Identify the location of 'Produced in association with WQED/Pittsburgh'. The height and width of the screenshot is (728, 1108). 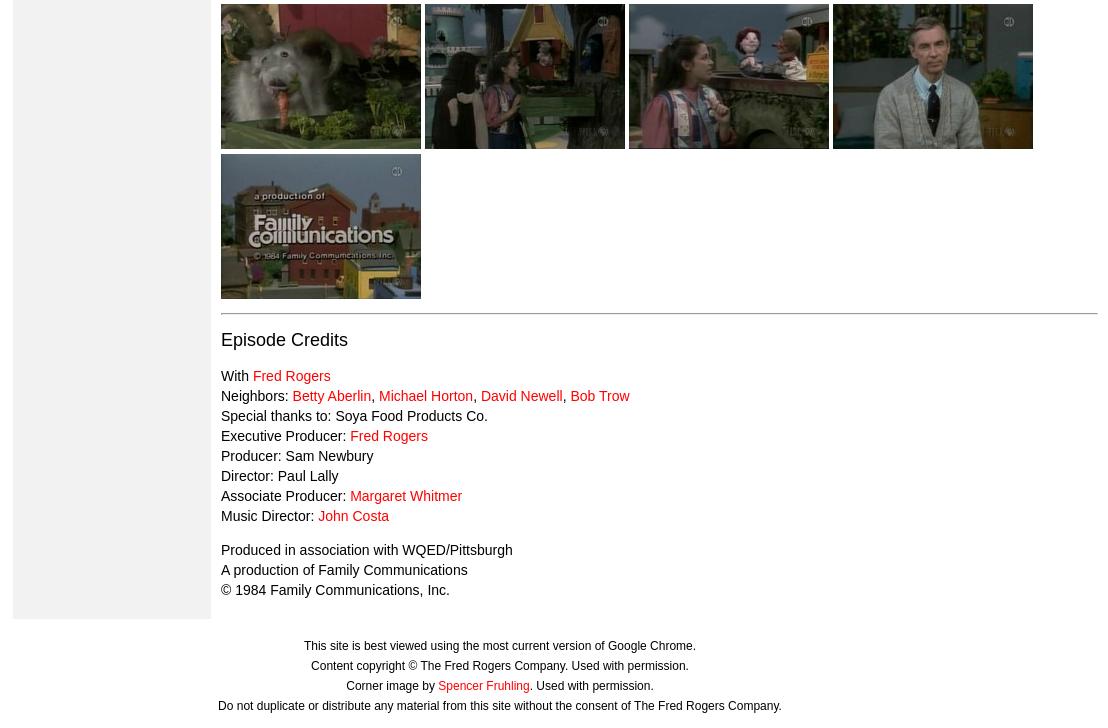
(365, 548).